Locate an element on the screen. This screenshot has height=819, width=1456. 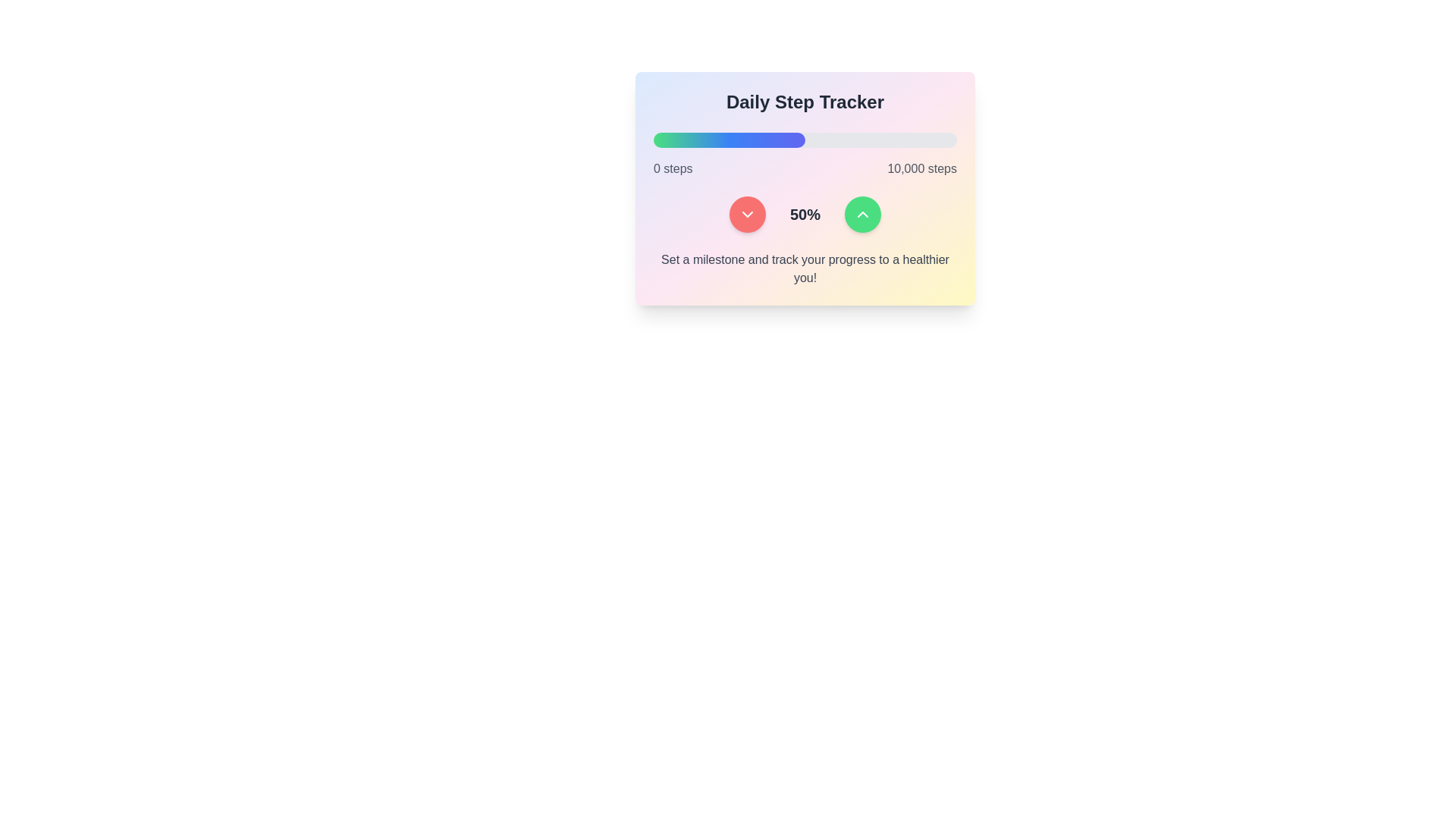
the horizontal progress bar located below the 'Daily Step Tracker' title, which has a gradient style transitioning from green to blue to indigo and is rounded in appearance is located at coordinates (804, 140).